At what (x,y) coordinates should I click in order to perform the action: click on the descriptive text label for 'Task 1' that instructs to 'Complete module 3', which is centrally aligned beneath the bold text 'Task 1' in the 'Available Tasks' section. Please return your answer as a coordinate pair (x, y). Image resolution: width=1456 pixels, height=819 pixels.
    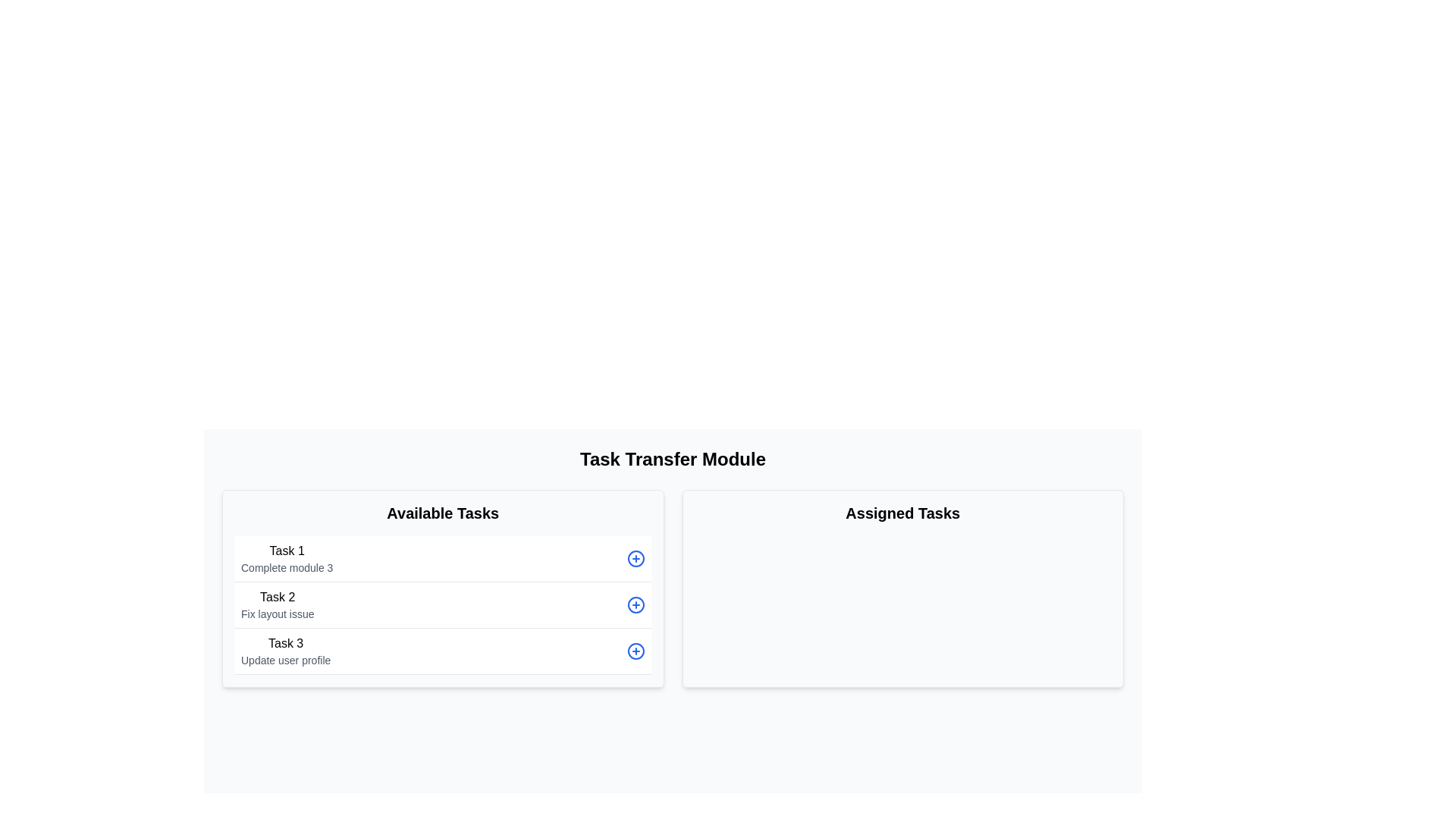
    Looking at the image, I should click on (287, 567).